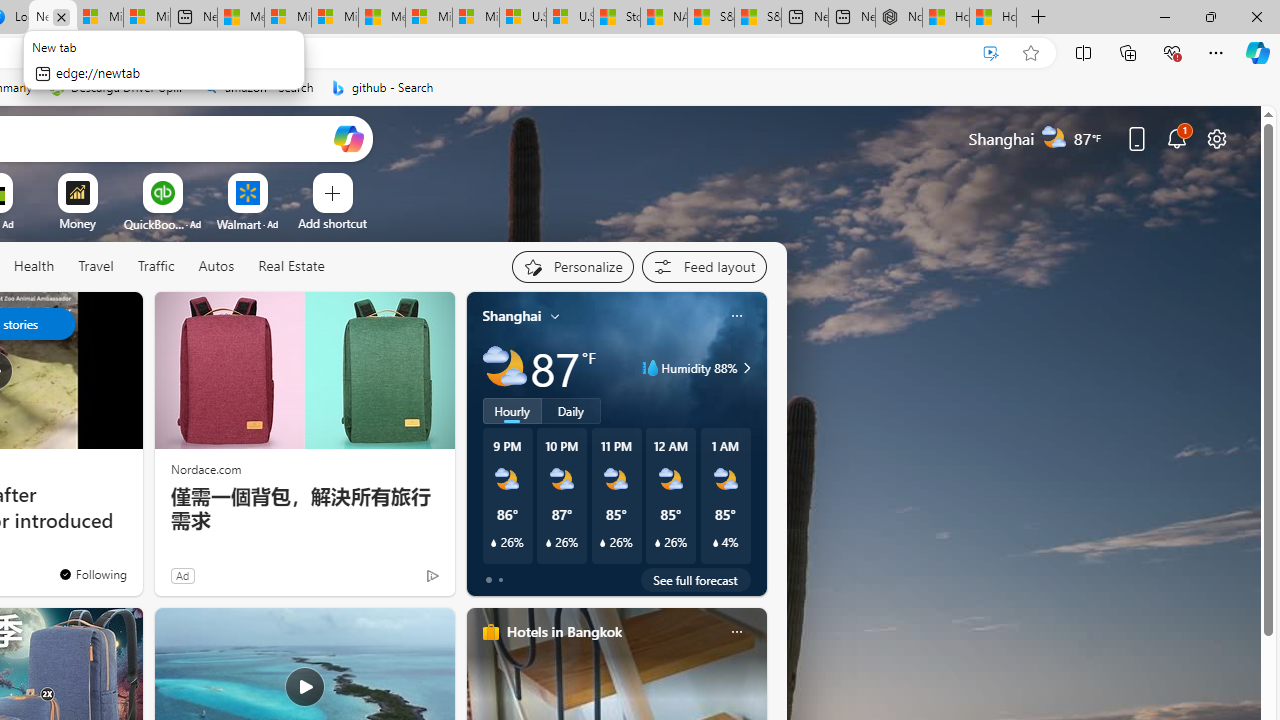 Image resolution: width=1280 pixels, height=720 pixels. What do you see at coordinates (257, 87) in the screenshot?
I see `'amazon - Search'` at bounding box center [257, 87].